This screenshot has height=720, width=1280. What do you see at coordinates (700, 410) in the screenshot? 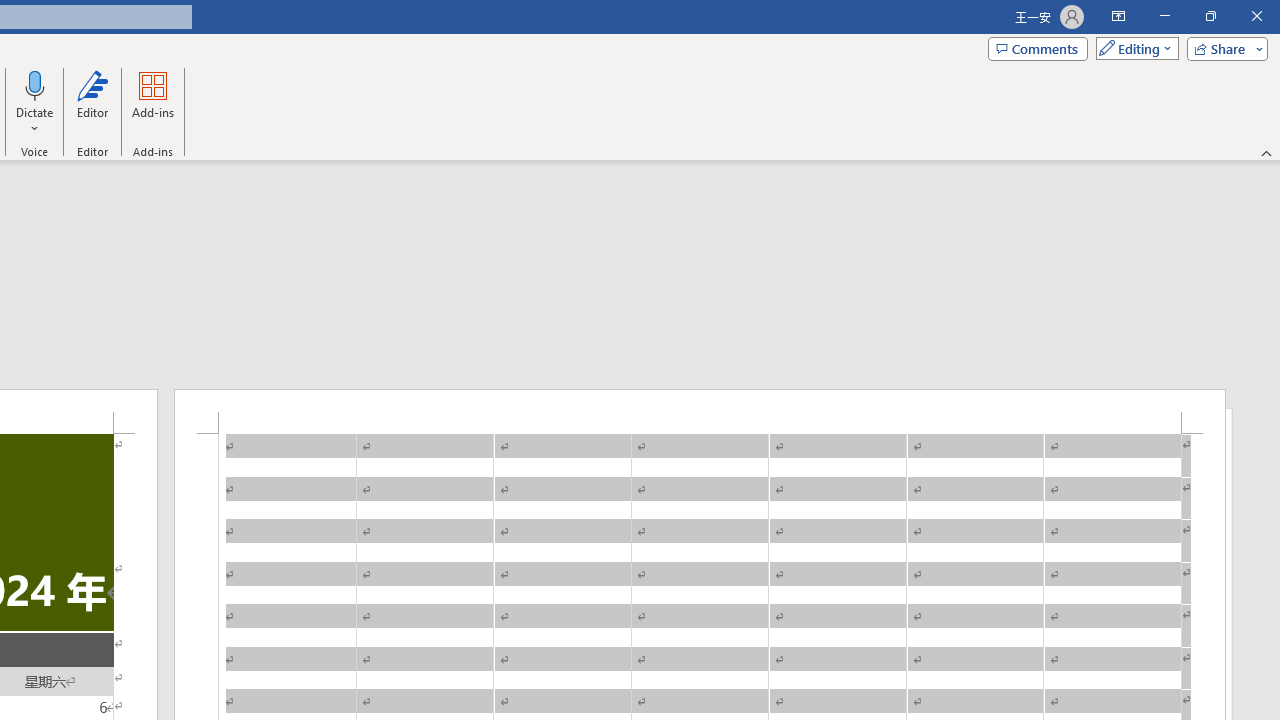
I see `'Header -Section 1-'` at bounding box center [700, 410].